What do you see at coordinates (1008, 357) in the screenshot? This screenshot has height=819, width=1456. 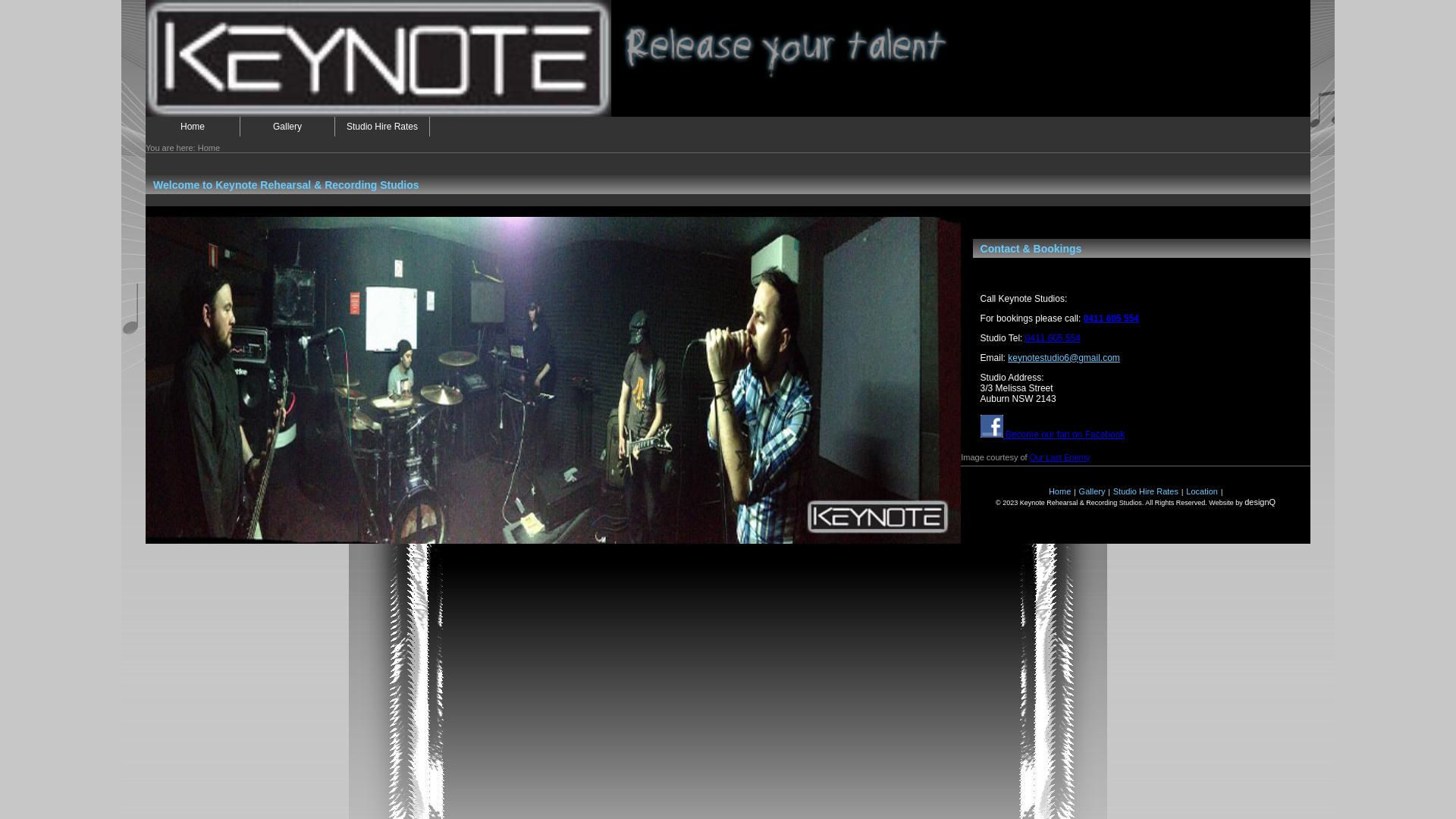 I see `'keynotestudio6@gmail.com'` at bounding box center [1008, 357].